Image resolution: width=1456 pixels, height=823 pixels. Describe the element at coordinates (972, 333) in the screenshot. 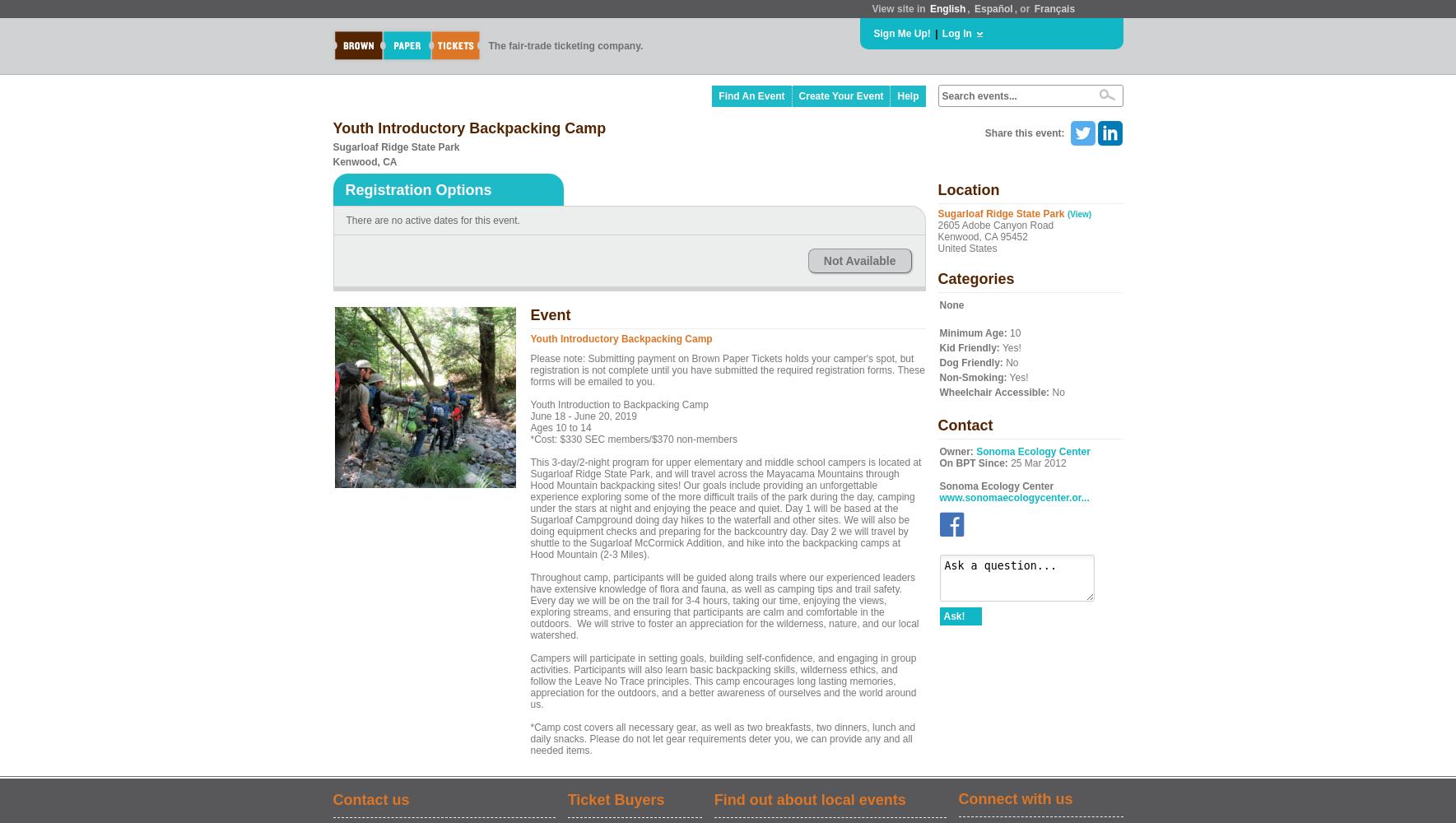

I see `'Minimum Age:'` at that location.